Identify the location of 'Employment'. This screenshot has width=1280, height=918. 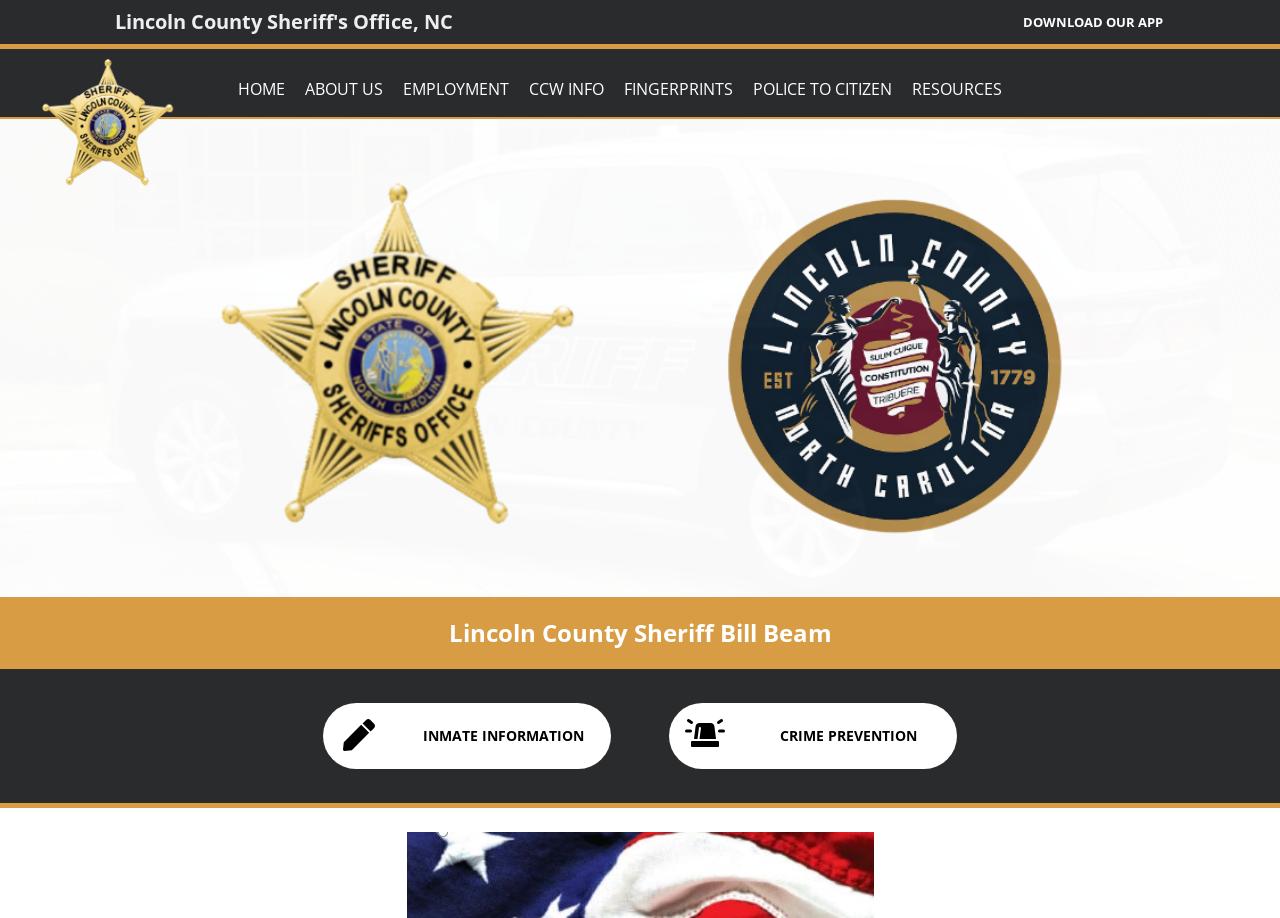
(454, 87).